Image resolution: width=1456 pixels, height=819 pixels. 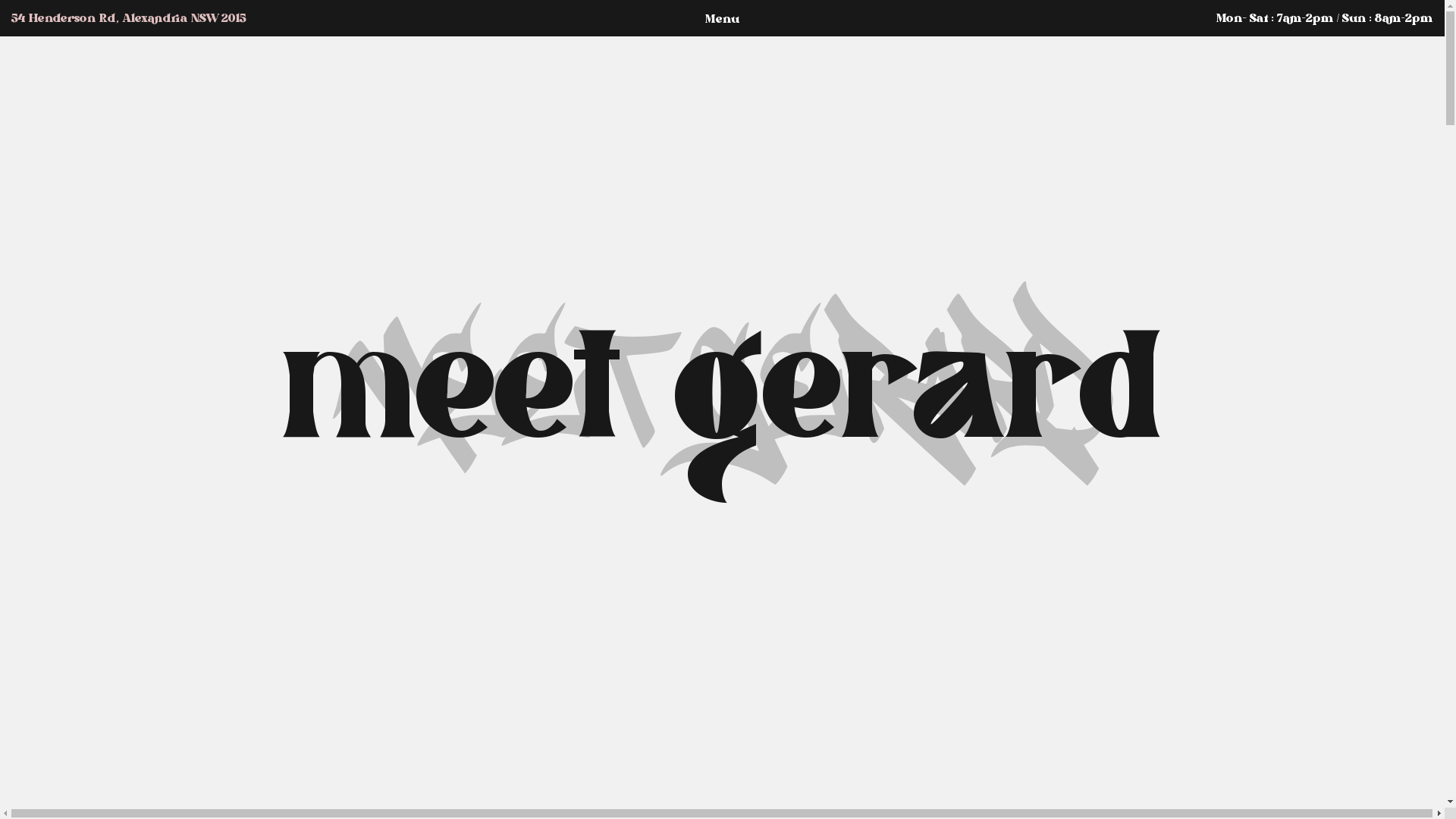 What do you see at coordinates (648, 20) in the screenshot?
I see `'Menu'` at bounding box center [648, 20].